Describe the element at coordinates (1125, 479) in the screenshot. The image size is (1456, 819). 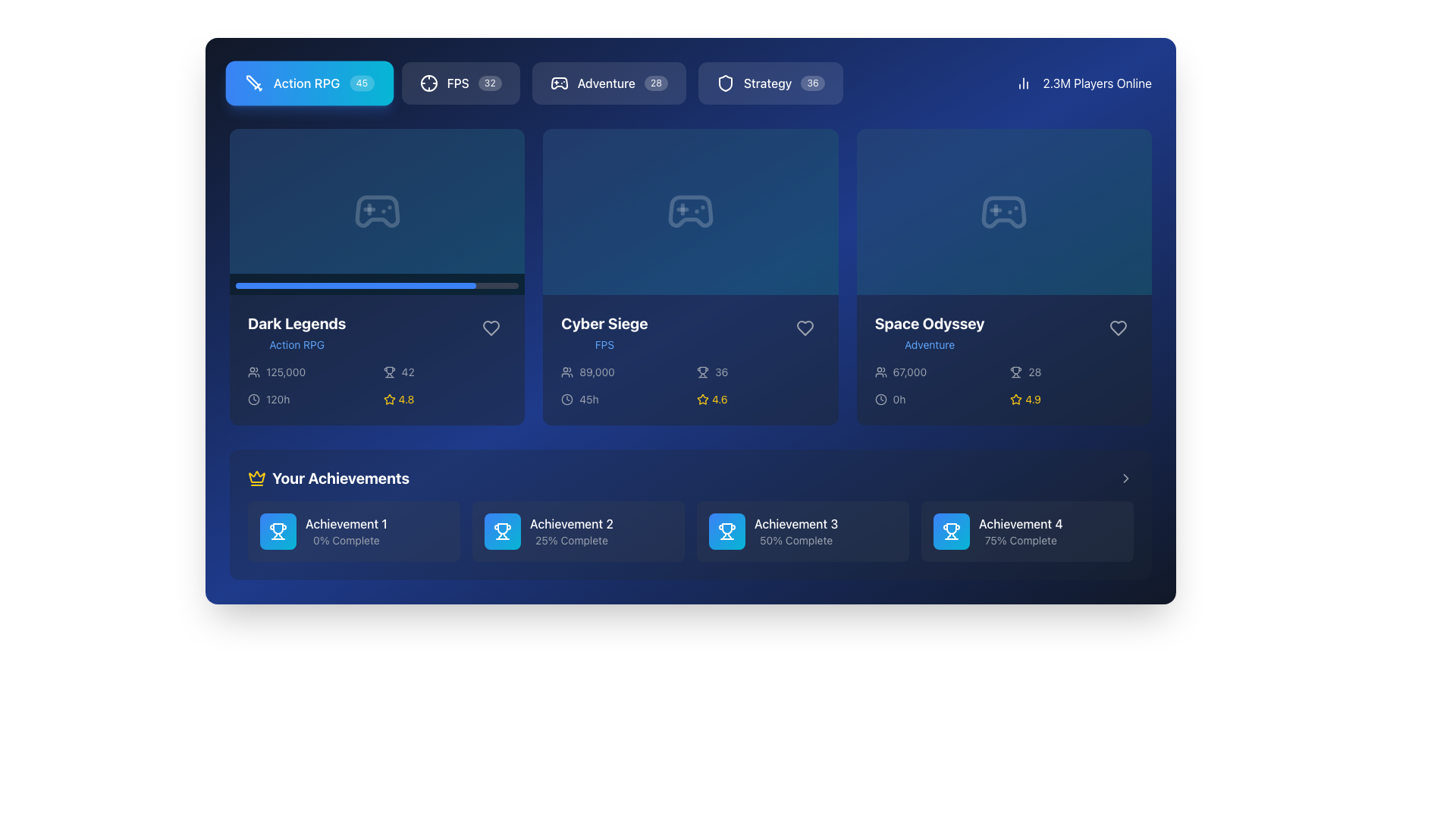
I see `the small right-pointing chevron icon located at the bottom right corner of the interface` at that location.